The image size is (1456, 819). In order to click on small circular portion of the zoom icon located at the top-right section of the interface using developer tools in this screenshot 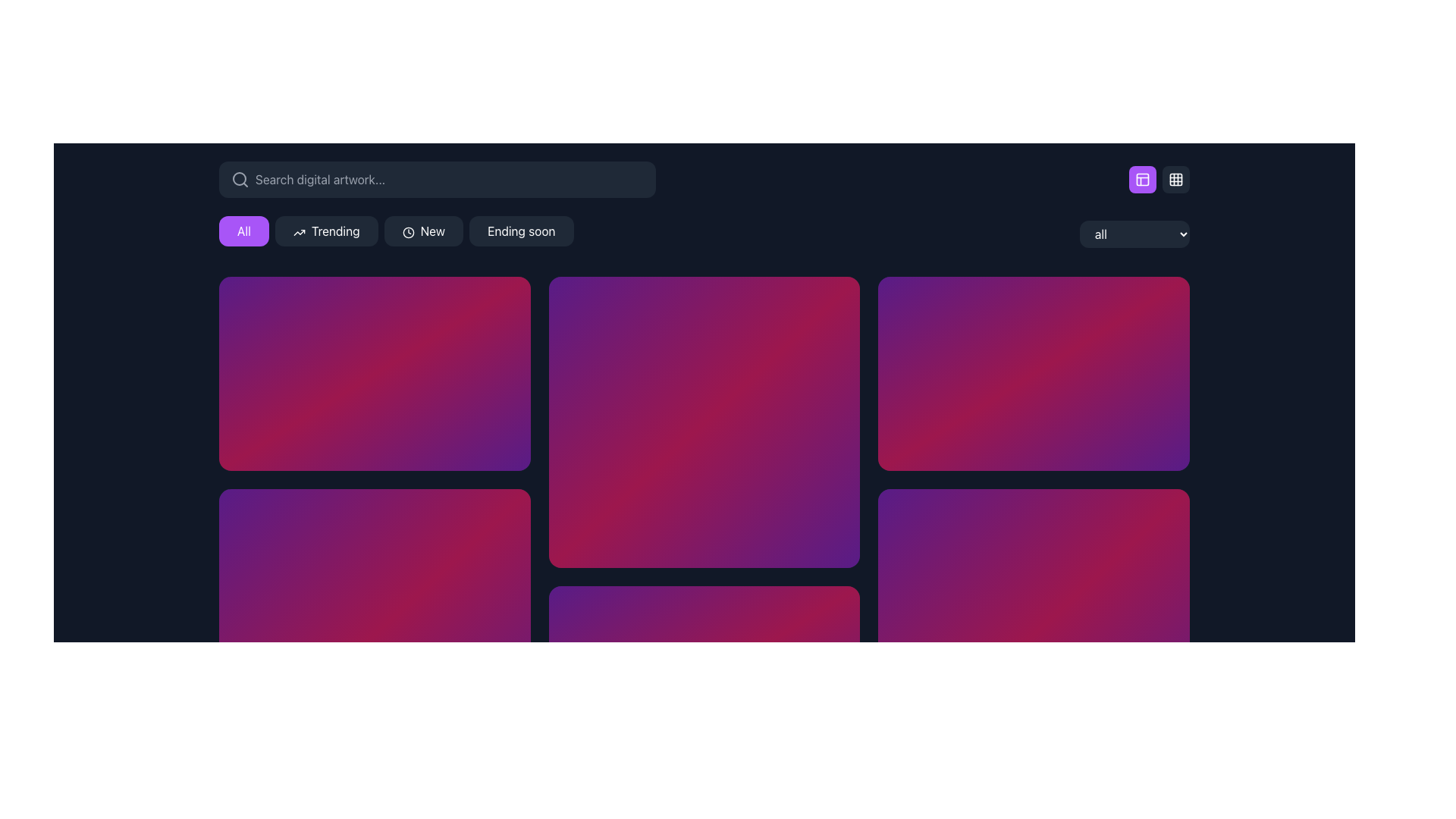, I will do `click(1163, 301)`.